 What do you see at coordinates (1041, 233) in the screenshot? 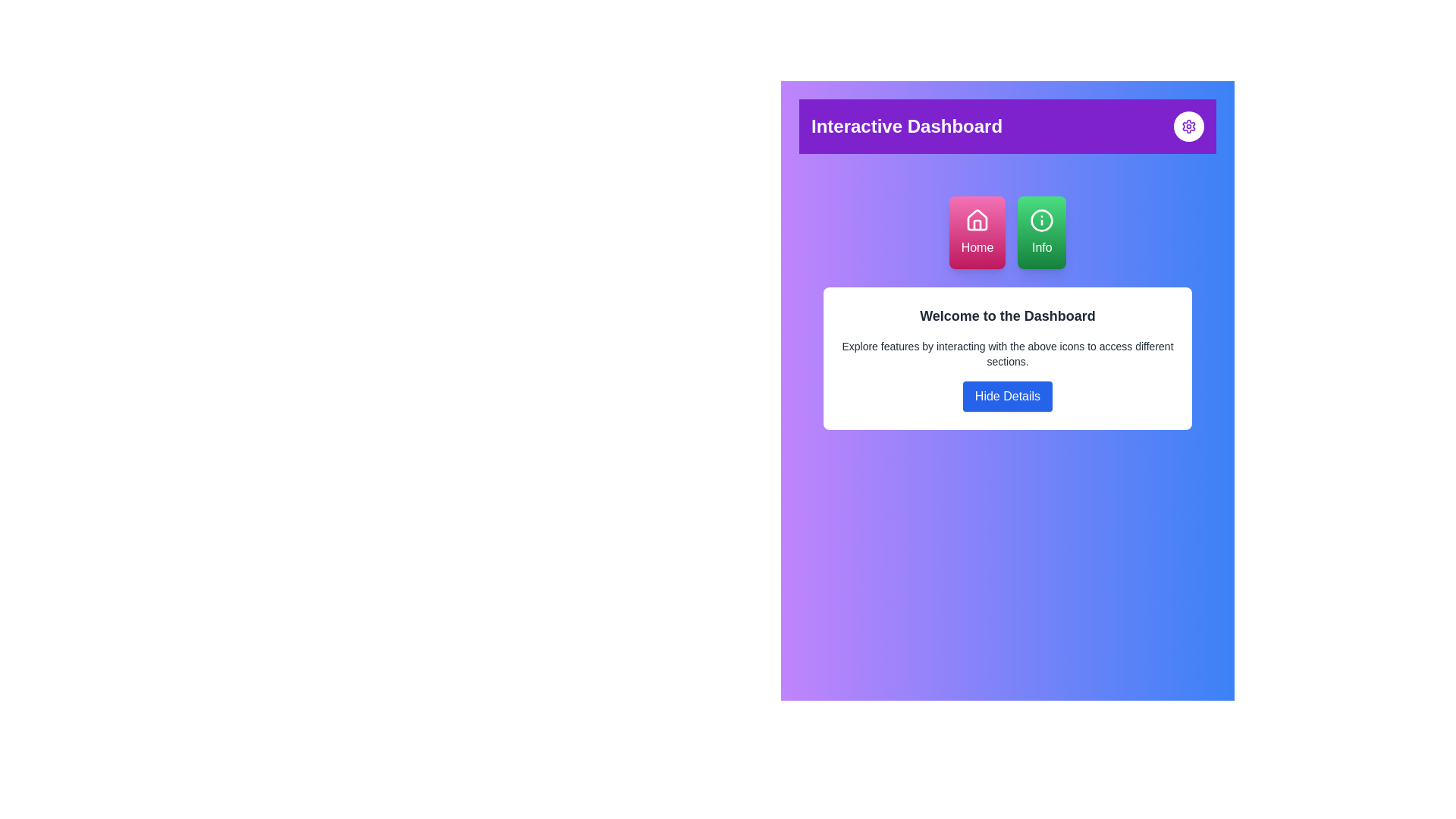
I see `the informational button located on the right side of the button group in the dashboard interface` at bounding box center [1041, 233].